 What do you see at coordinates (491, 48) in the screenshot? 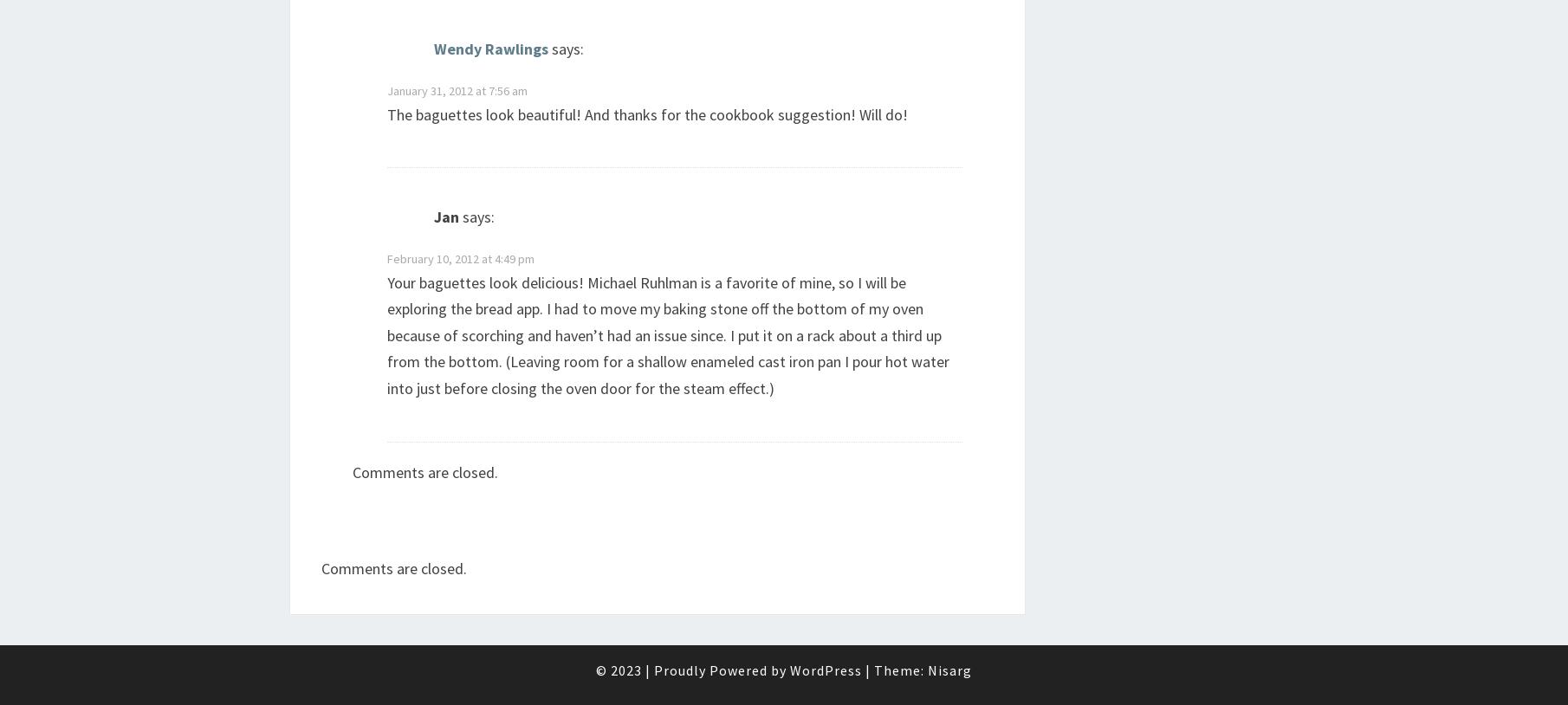
I see `'Wendy Rawlings'` at bounding box center [491, 48].